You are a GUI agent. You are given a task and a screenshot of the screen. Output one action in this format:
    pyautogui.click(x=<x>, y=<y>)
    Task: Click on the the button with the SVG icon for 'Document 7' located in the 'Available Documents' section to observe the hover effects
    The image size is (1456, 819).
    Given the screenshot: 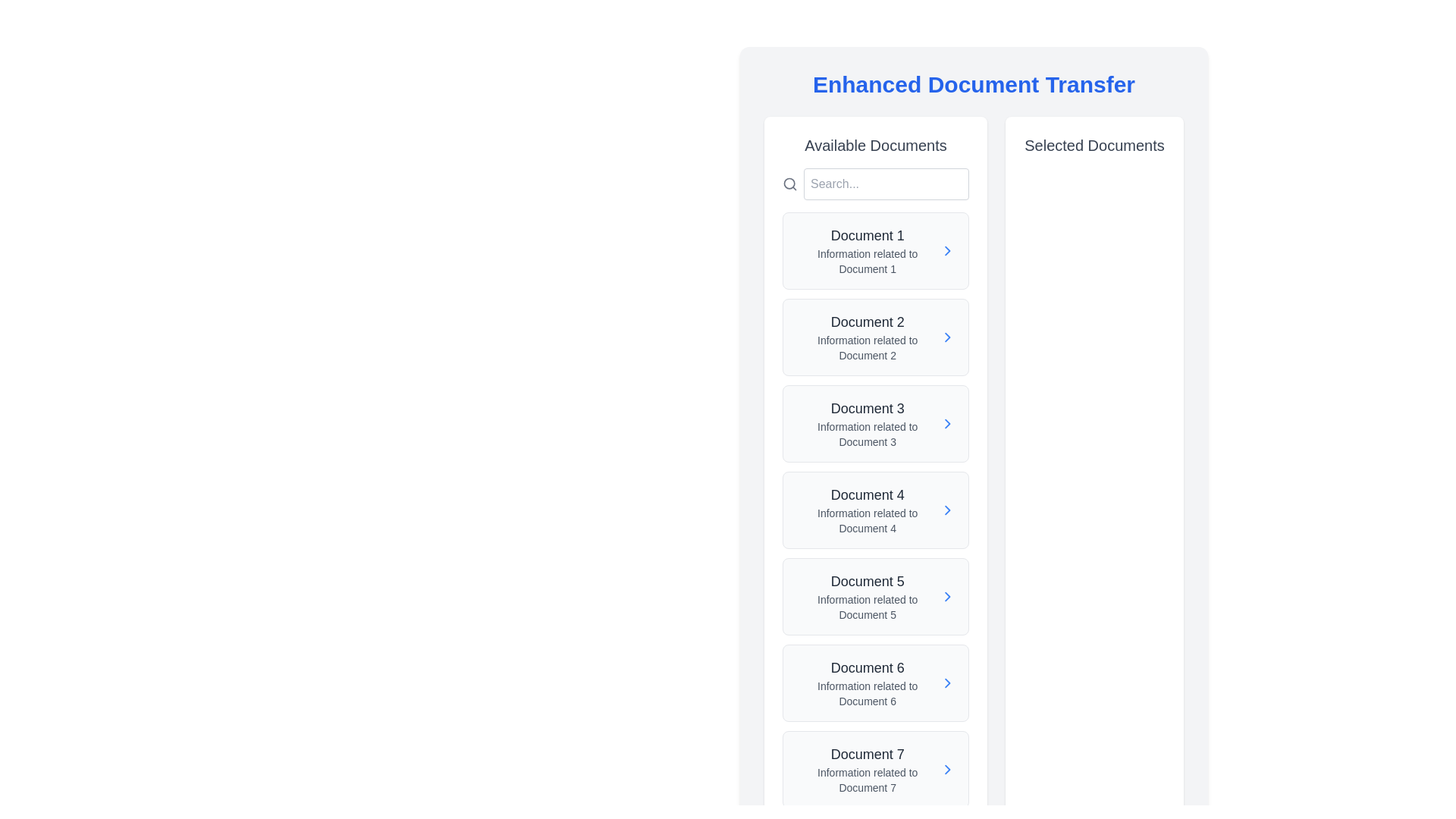 What is the action you would take?
    pyautogui.click(x=947, y=769)
    